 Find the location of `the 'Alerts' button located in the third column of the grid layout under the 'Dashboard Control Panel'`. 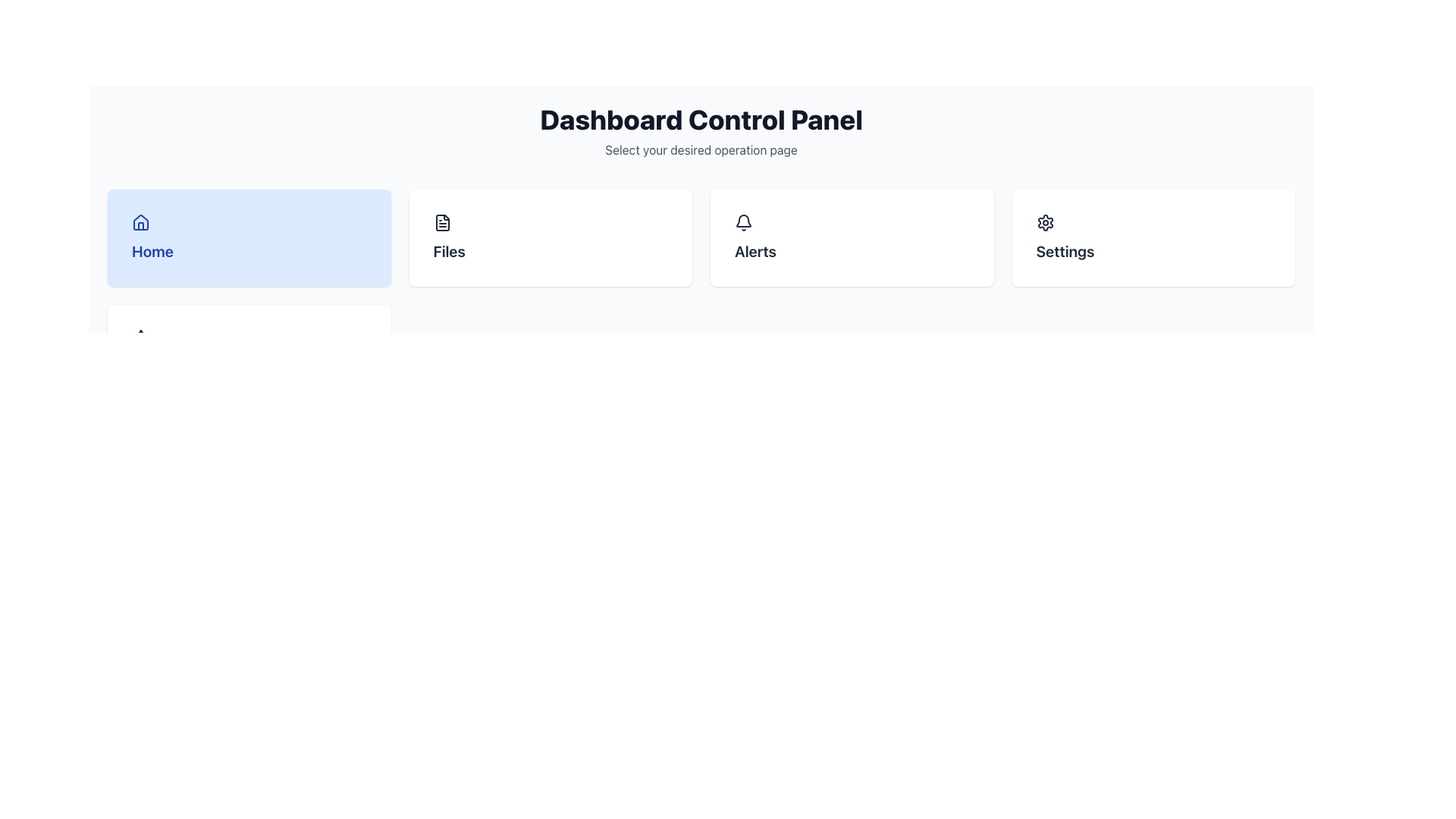

the 'Alerts' button located in the third column of the grid layout under the 'Dashboard Control Panel' is located at coordinates (852, 237).